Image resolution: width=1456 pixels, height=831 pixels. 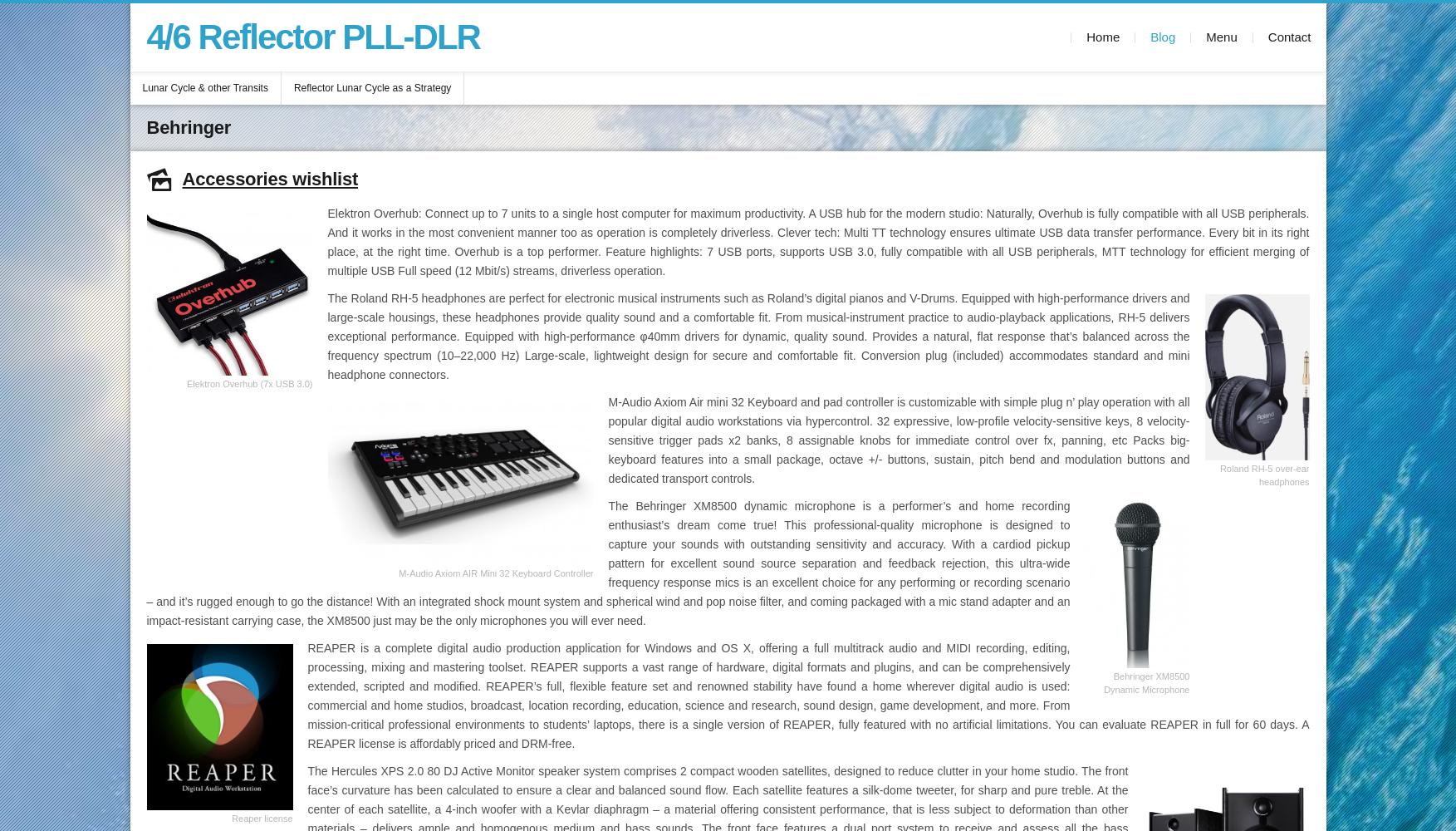 What do you see at coordinates (261, 818) in the screenshot?
I see `'Reaper license'` at bounding box center [261, 818].